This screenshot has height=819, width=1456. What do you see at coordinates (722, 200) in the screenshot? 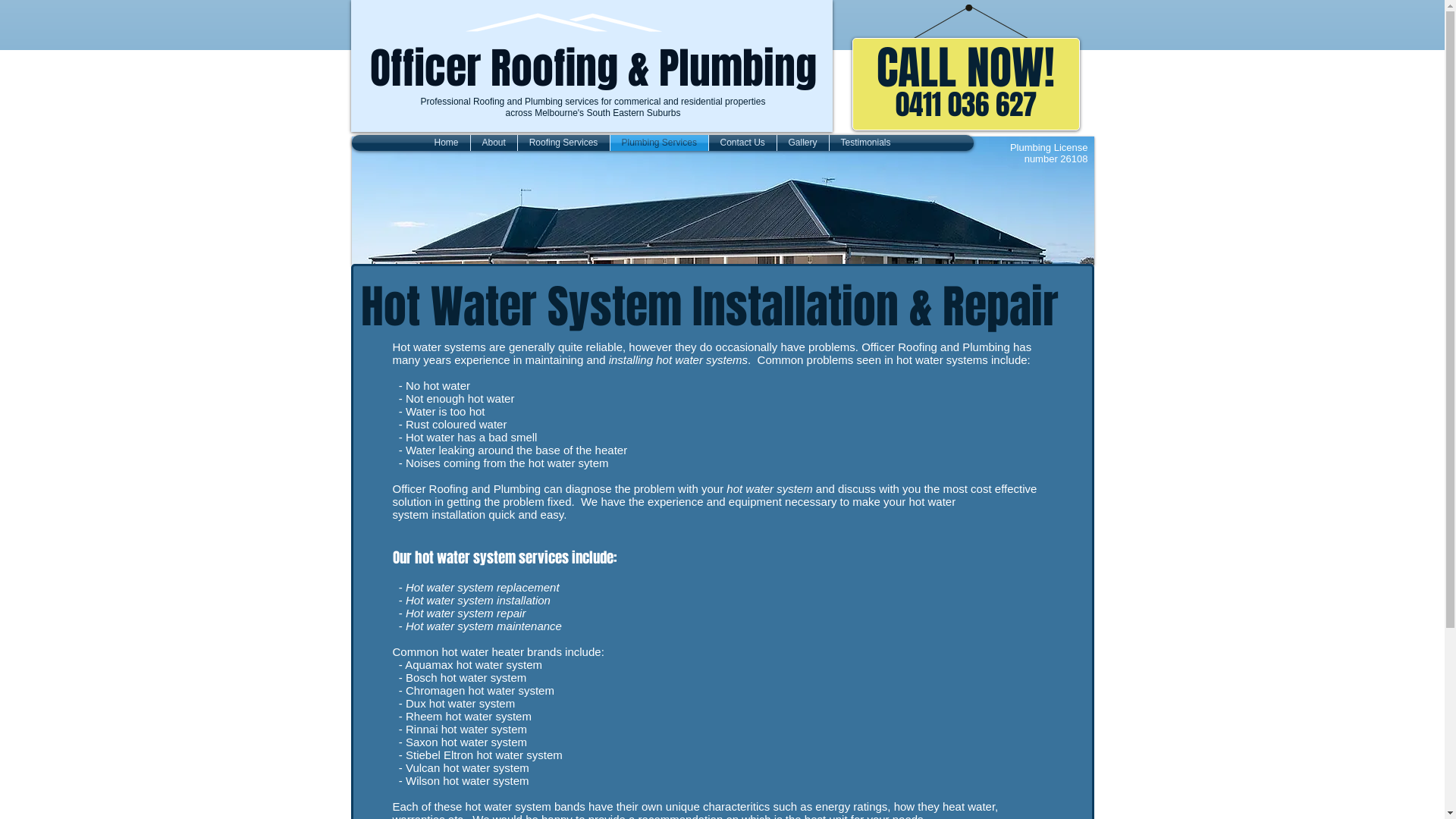
I see `'Officer Roof Restoration'` at bounding box center [722, 200].